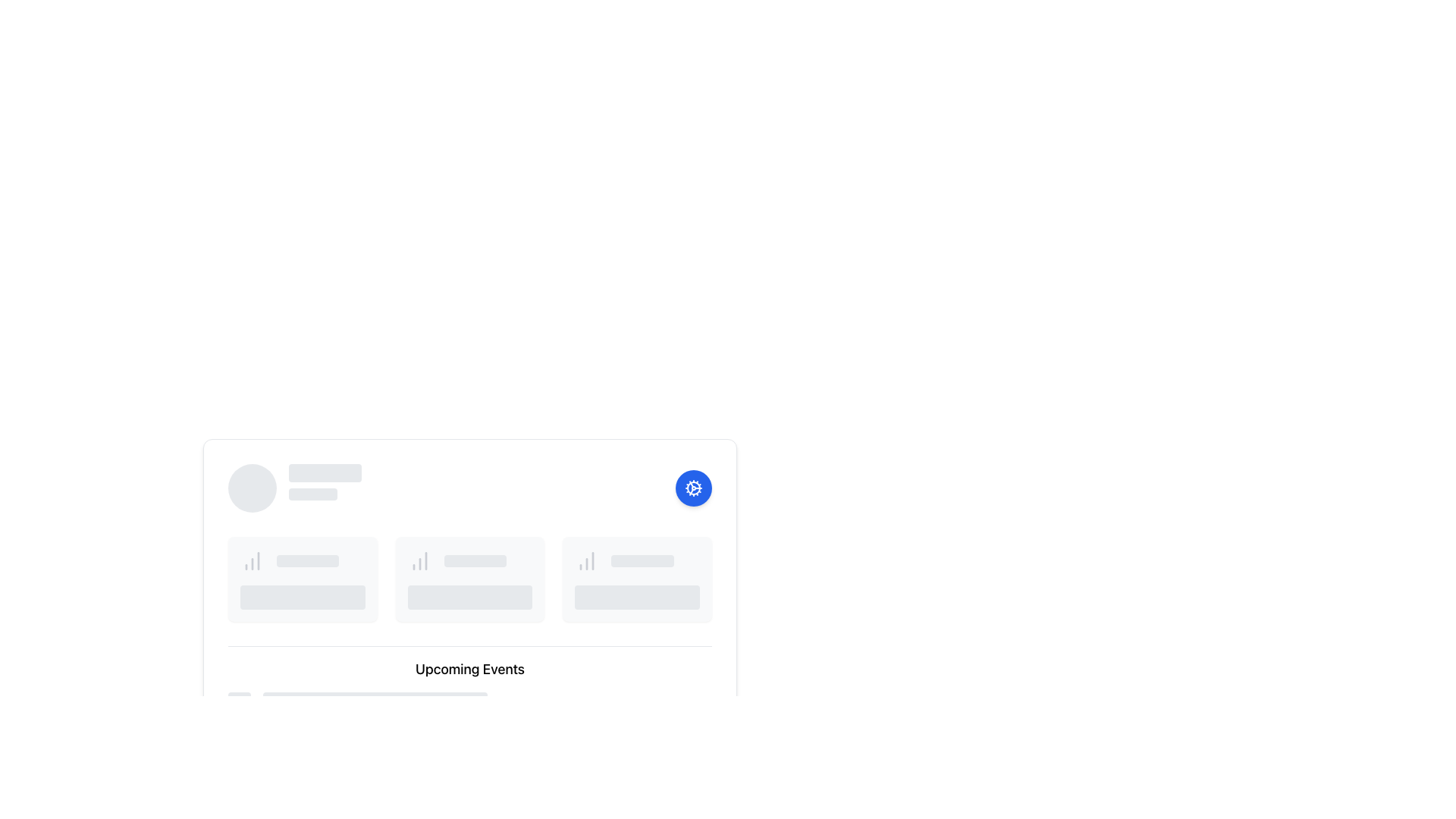  I want to click on the animated loading placeholder which is a circular region with a soft gray background and smooth rounded edges located at the far left of the horizontal row of elements, so click(252, 488).